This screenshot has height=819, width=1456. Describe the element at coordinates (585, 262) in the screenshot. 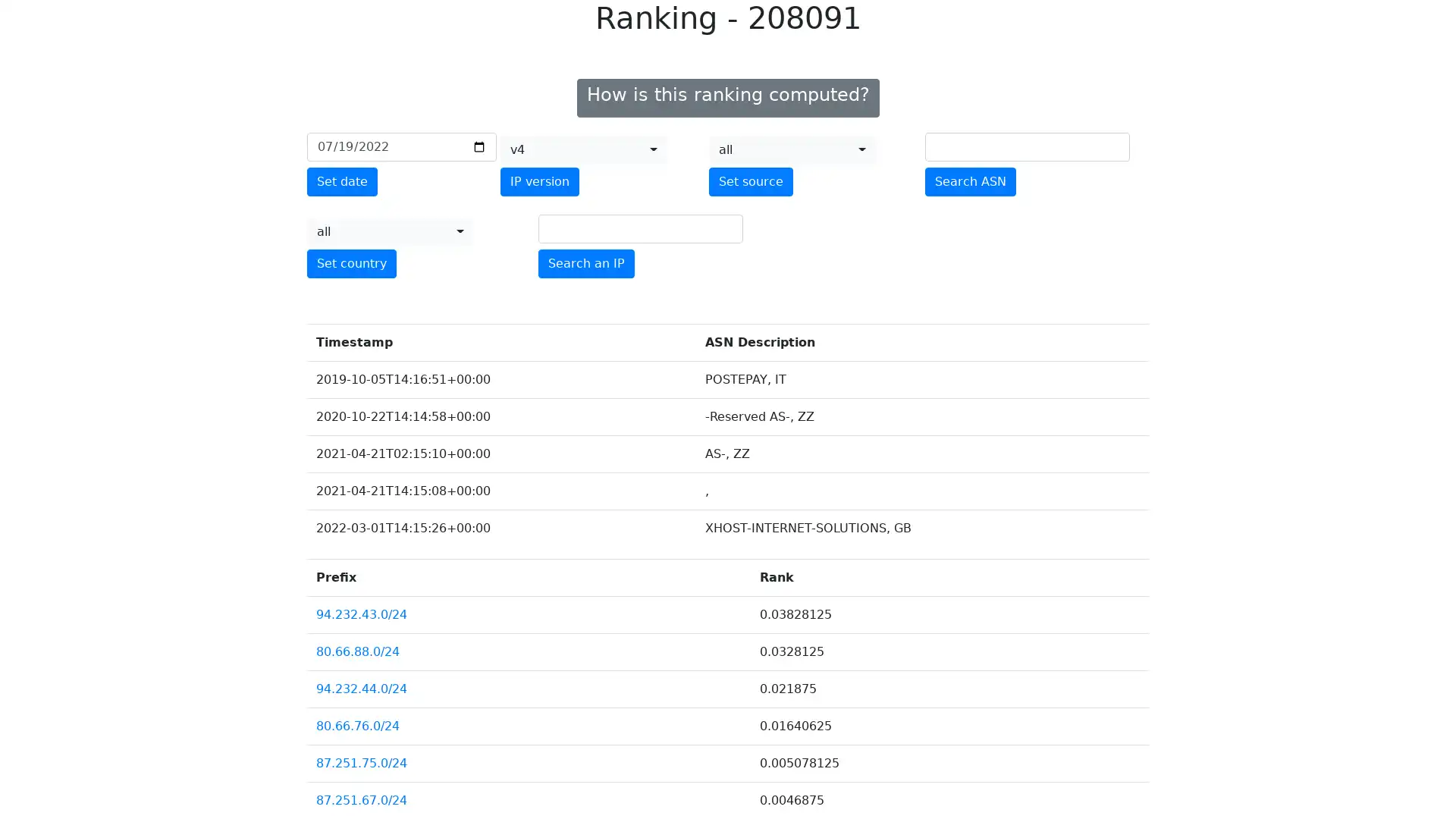

I see `Search an IP` at that location.